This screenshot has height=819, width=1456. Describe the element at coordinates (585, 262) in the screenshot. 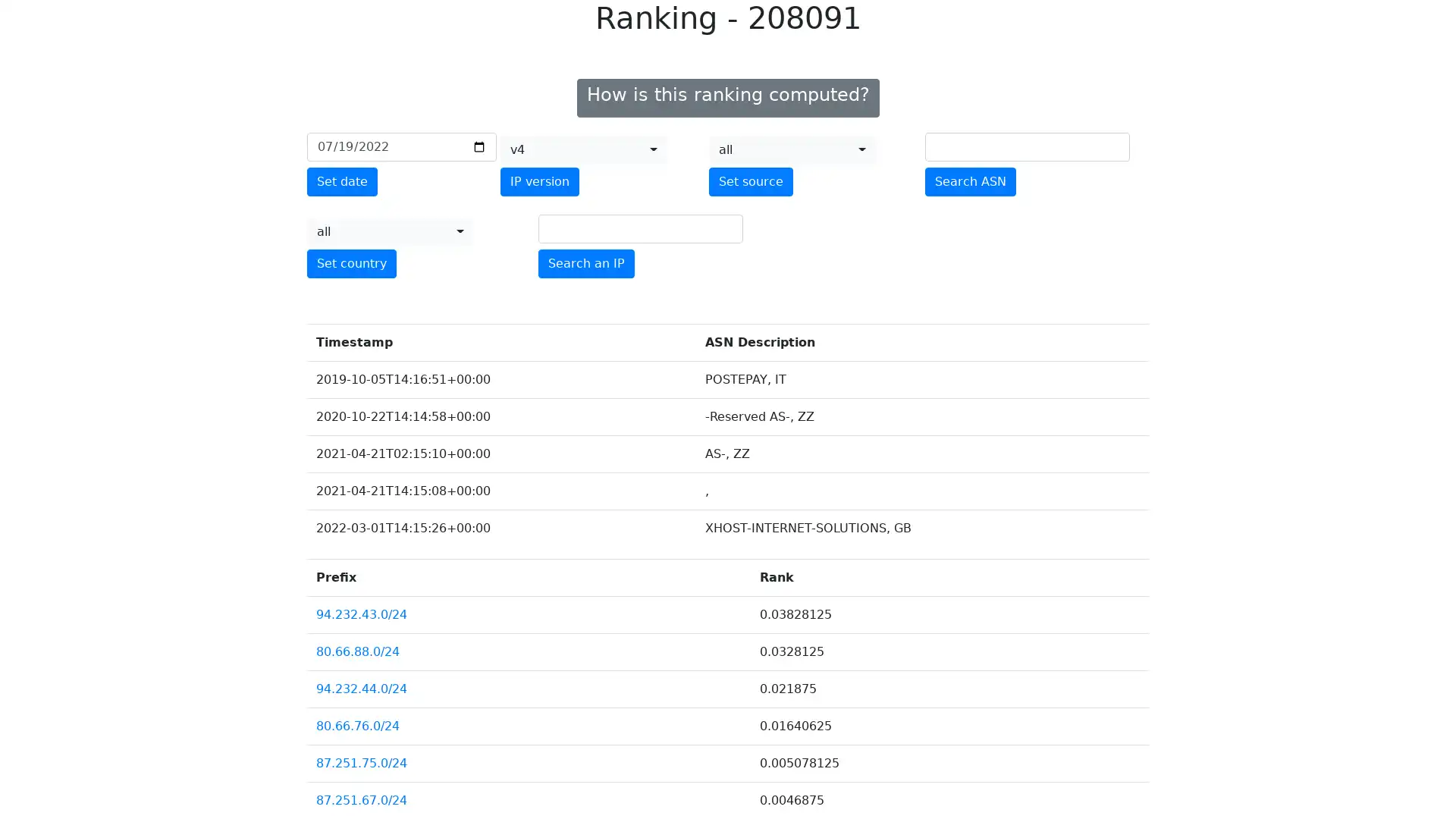

I see `Search an IP` at that location.